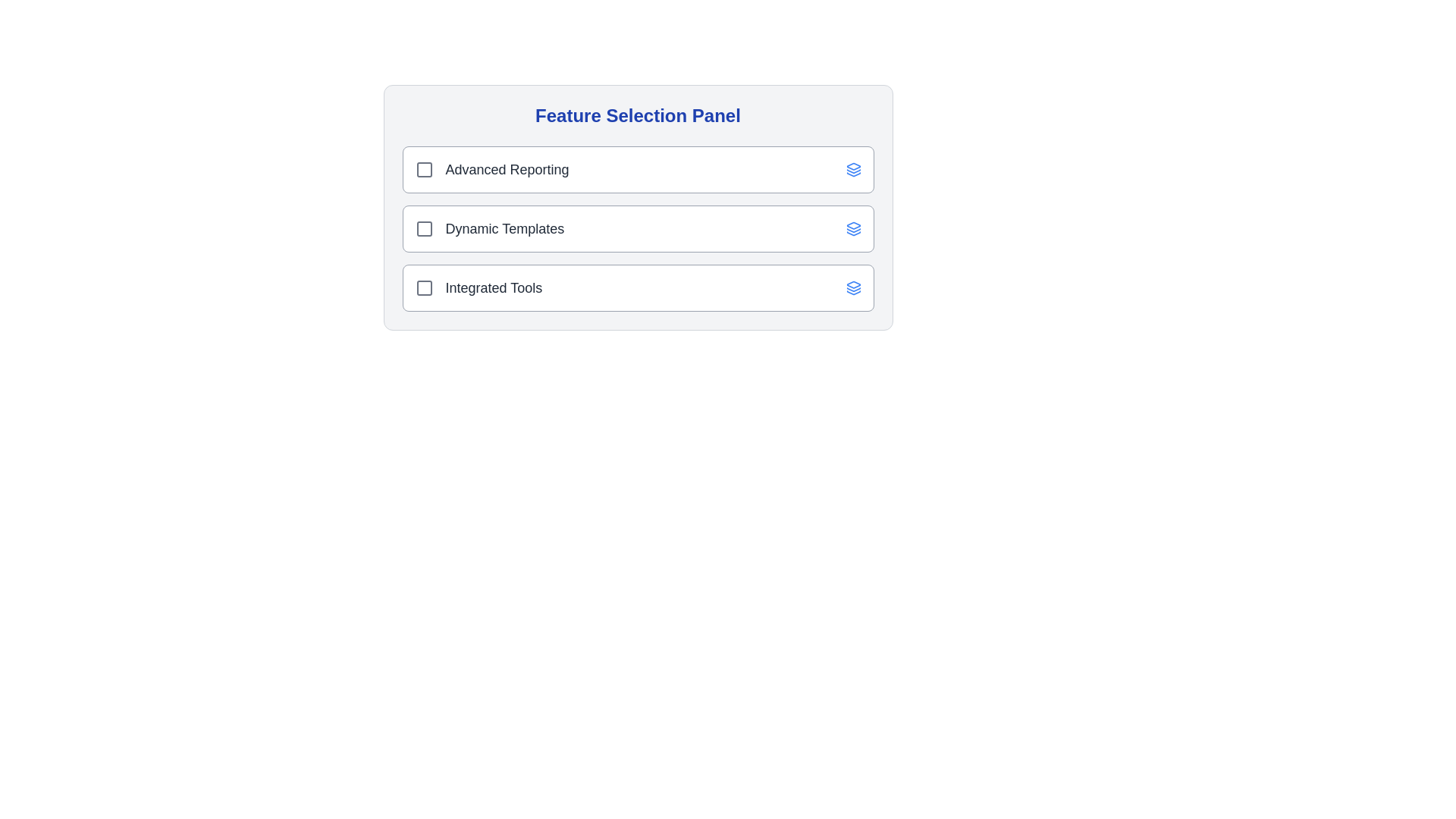 The height and width of the screenshot is (819, 1456). Describe the element at coordinates (424, 288) in the screenshot. I see `the gray square-shaped checkbox with rounded corners located to the left of the text 'Integrated Tools' in the third row of the 'Feature Selection Panel'` at that location.